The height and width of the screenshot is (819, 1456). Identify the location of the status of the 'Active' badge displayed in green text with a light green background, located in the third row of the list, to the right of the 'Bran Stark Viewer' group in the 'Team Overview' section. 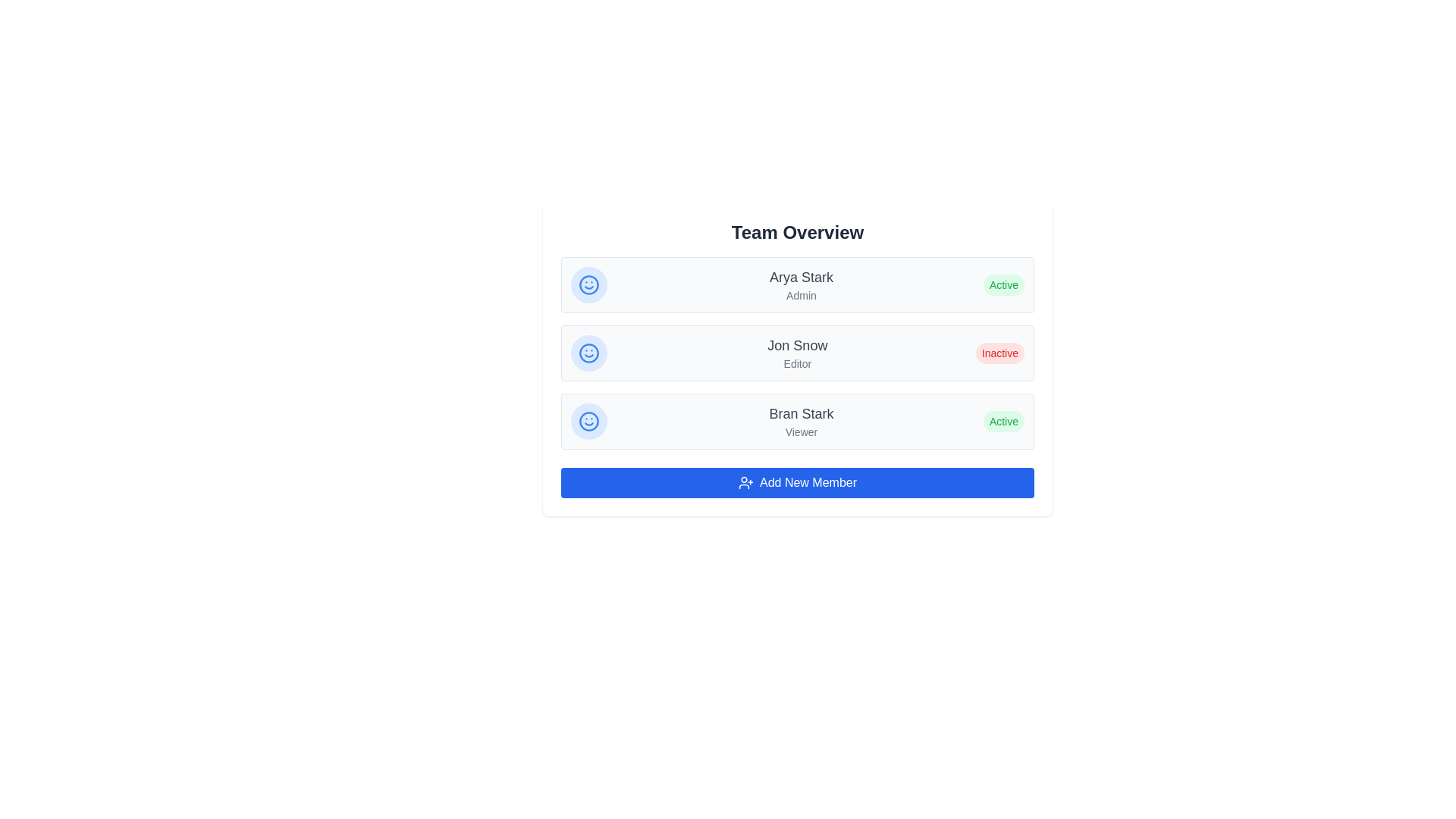
(1004, 421).